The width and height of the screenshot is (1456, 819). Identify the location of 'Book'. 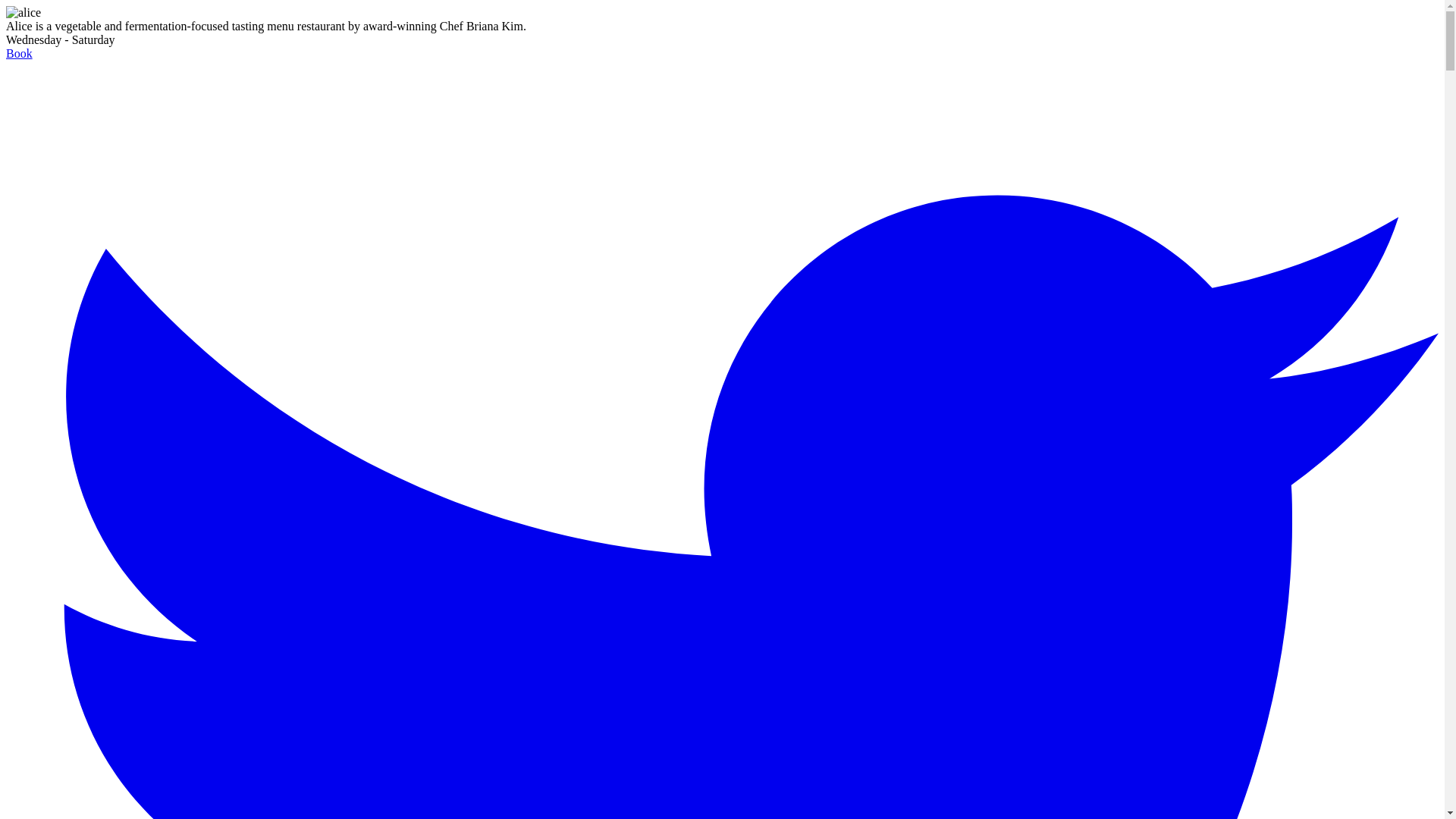
(19, 52).